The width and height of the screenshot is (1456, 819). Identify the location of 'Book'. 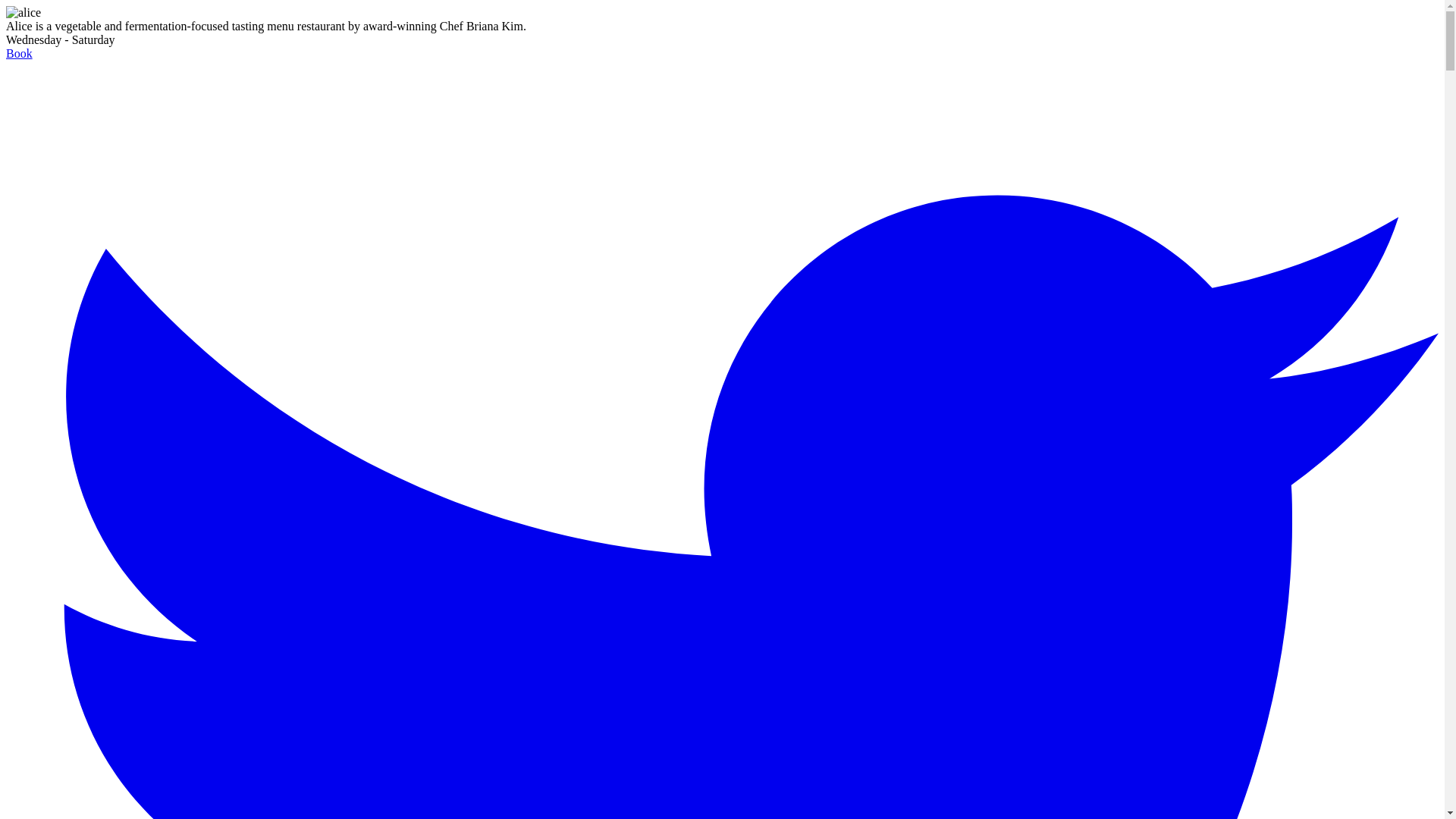
(19, 52).